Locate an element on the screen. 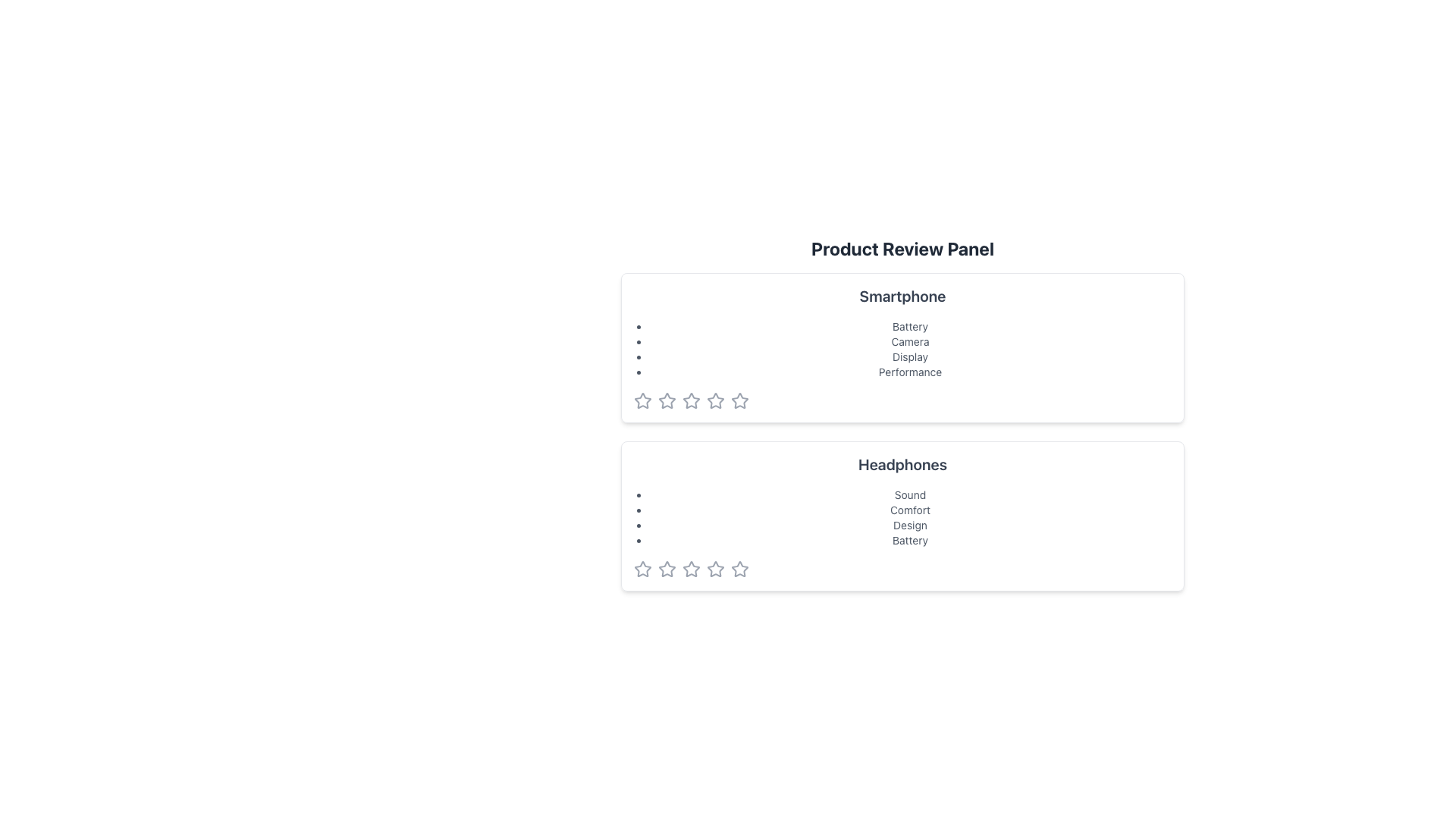  the fourth star icon in the rating bar located below the 'Smartphone' section of the 'Product Review Panel' is located at coordinates (715, 400).